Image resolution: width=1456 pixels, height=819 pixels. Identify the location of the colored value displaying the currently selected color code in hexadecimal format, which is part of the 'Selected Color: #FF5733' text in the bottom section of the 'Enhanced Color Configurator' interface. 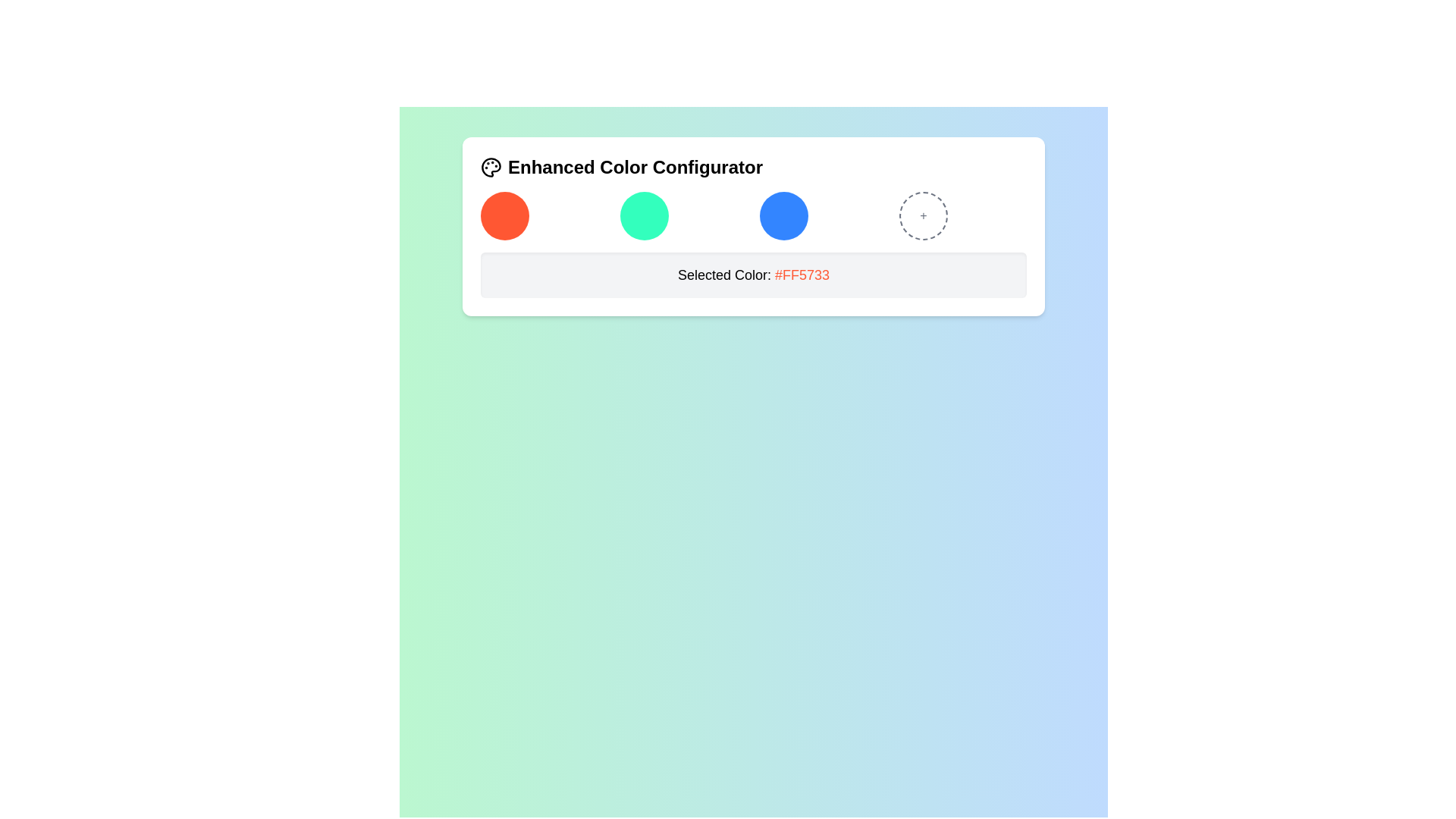
(802, 275).